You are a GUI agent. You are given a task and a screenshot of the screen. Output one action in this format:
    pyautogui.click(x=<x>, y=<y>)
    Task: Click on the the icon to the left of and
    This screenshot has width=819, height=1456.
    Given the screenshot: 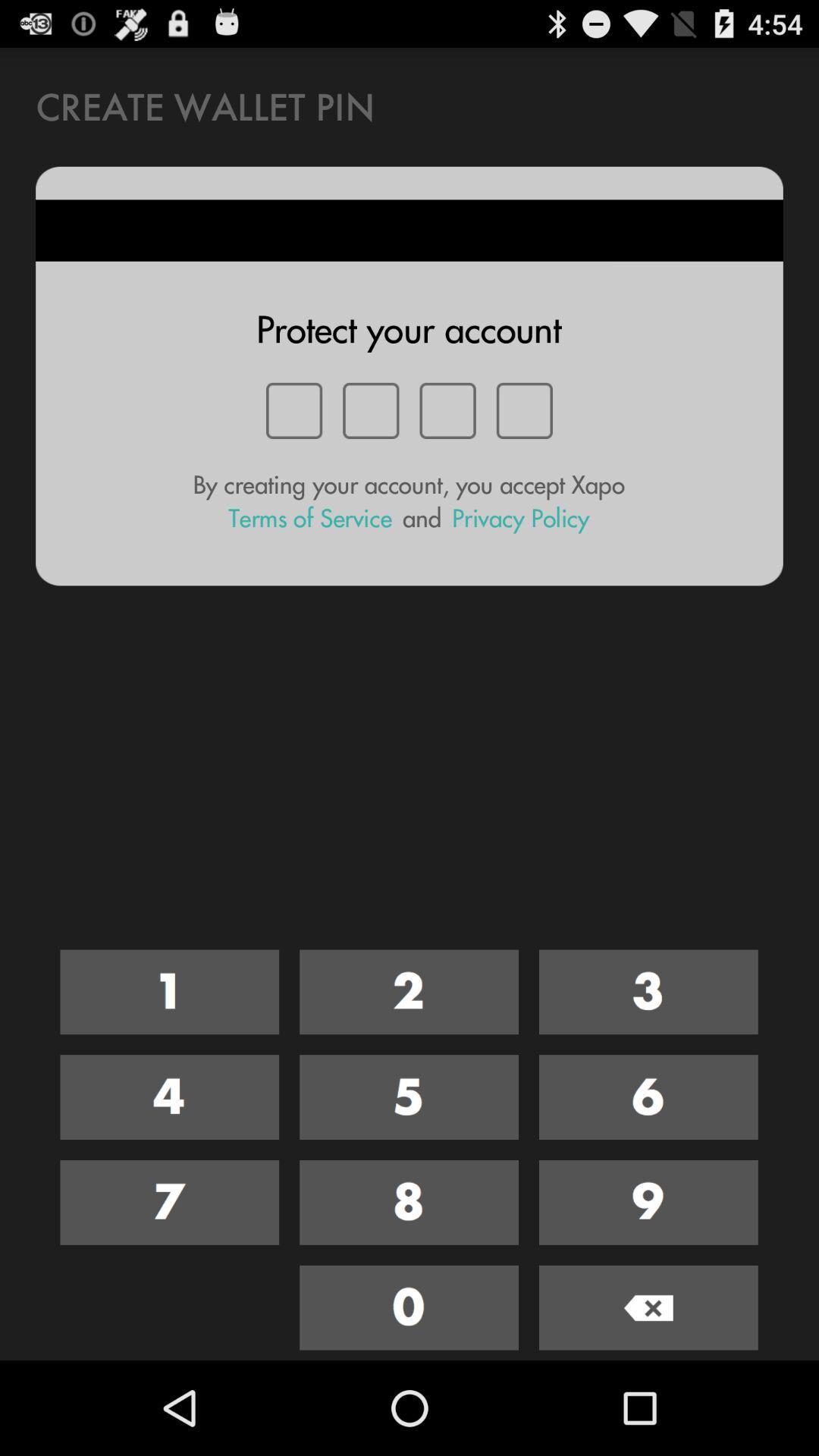 What is the action you would take?
    pyautogui.click(x=309, y=518)
    